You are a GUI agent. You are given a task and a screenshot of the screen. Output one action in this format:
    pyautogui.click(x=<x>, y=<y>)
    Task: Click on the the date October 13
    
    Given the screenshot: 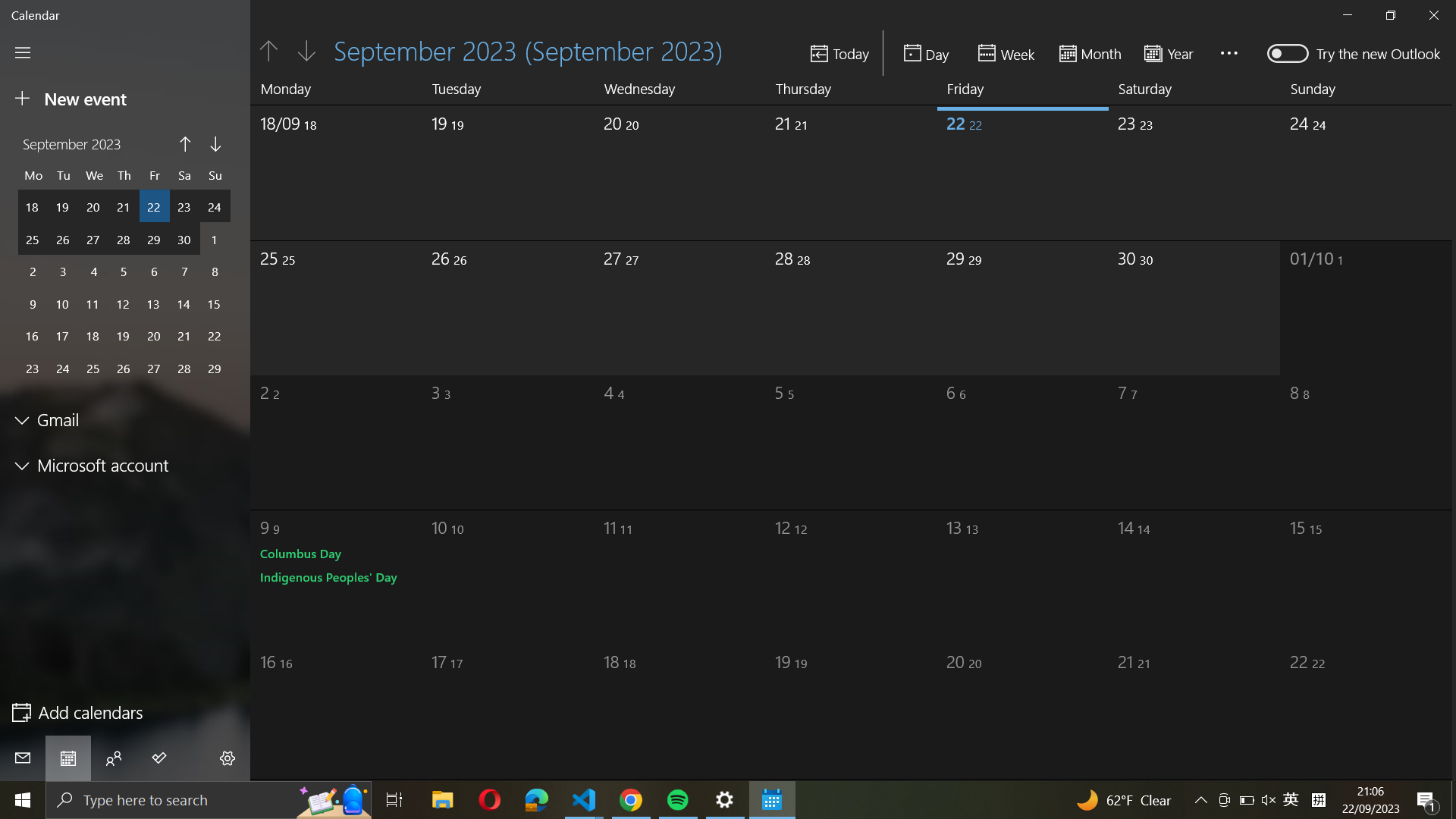 What is the action you would take?
    pyautogui.click(x=1001, y=571)
    